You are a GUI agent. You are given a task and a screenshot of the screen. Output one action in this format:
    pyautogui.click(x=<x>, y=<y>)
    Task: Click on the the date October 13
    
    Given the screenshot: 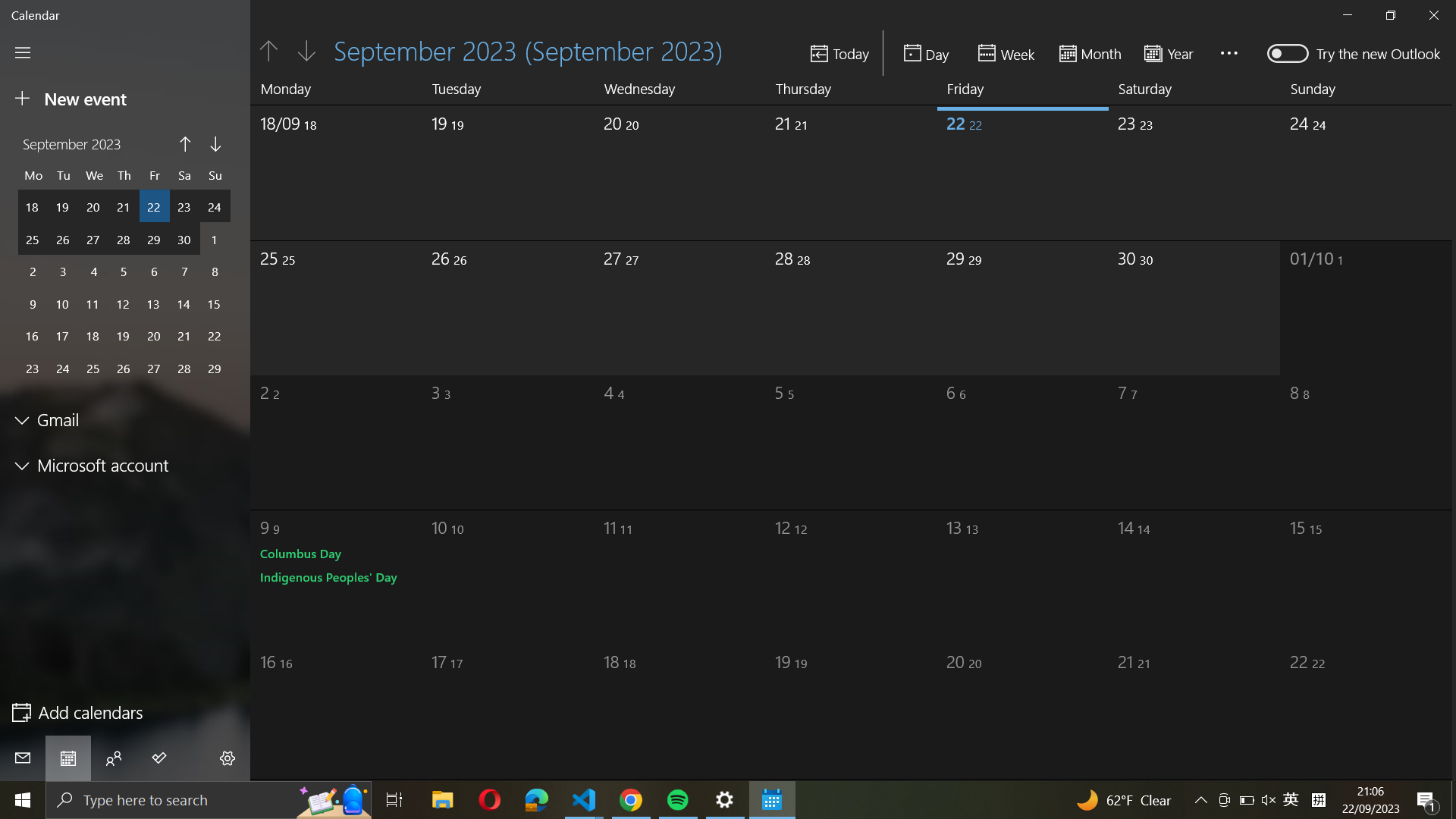 What is the action you would take?
    pyautogui.click(x=1001, y=571)
    